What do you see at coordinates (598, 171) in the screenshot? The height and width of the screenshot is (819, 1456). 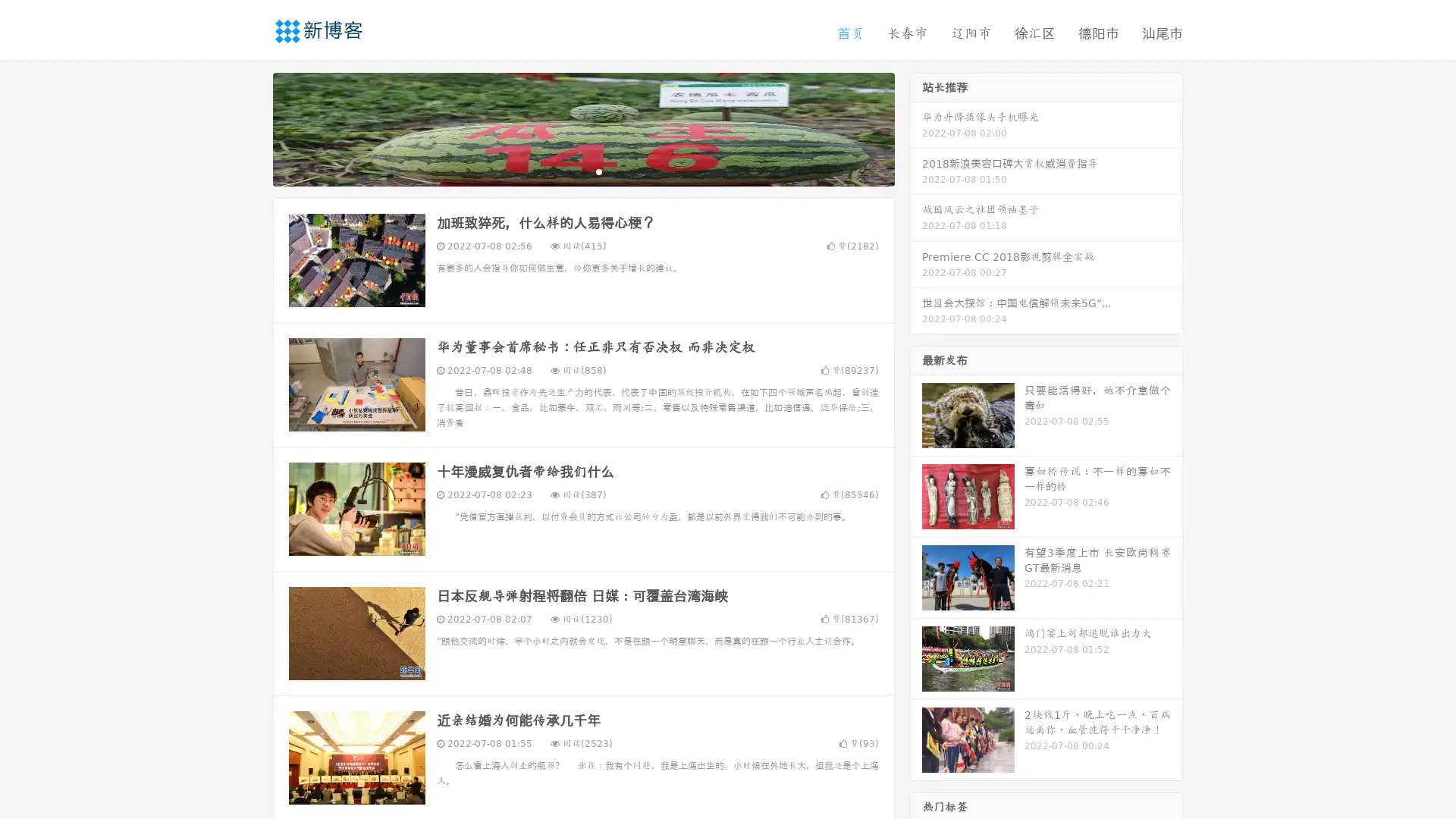 I see `Go to slide 3` at bounding box center [598, 171].